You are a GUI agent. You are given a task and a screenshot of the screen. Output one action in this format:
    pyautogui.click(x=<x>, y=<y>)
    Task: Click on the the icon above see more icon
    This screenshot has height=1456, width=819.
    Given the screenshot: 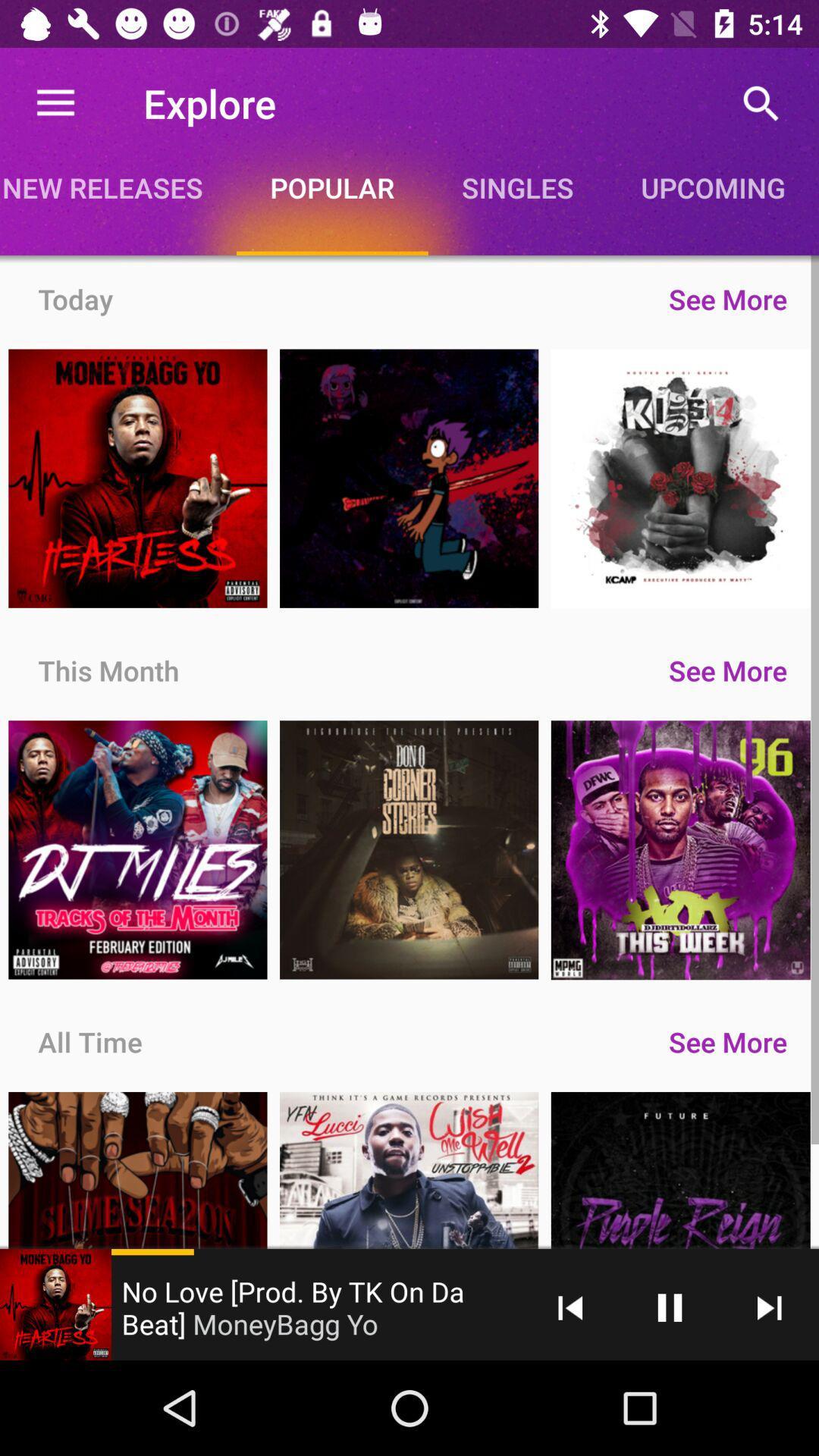 What is the action you would take?
    pyautogui.click(x=713, y=187)
    